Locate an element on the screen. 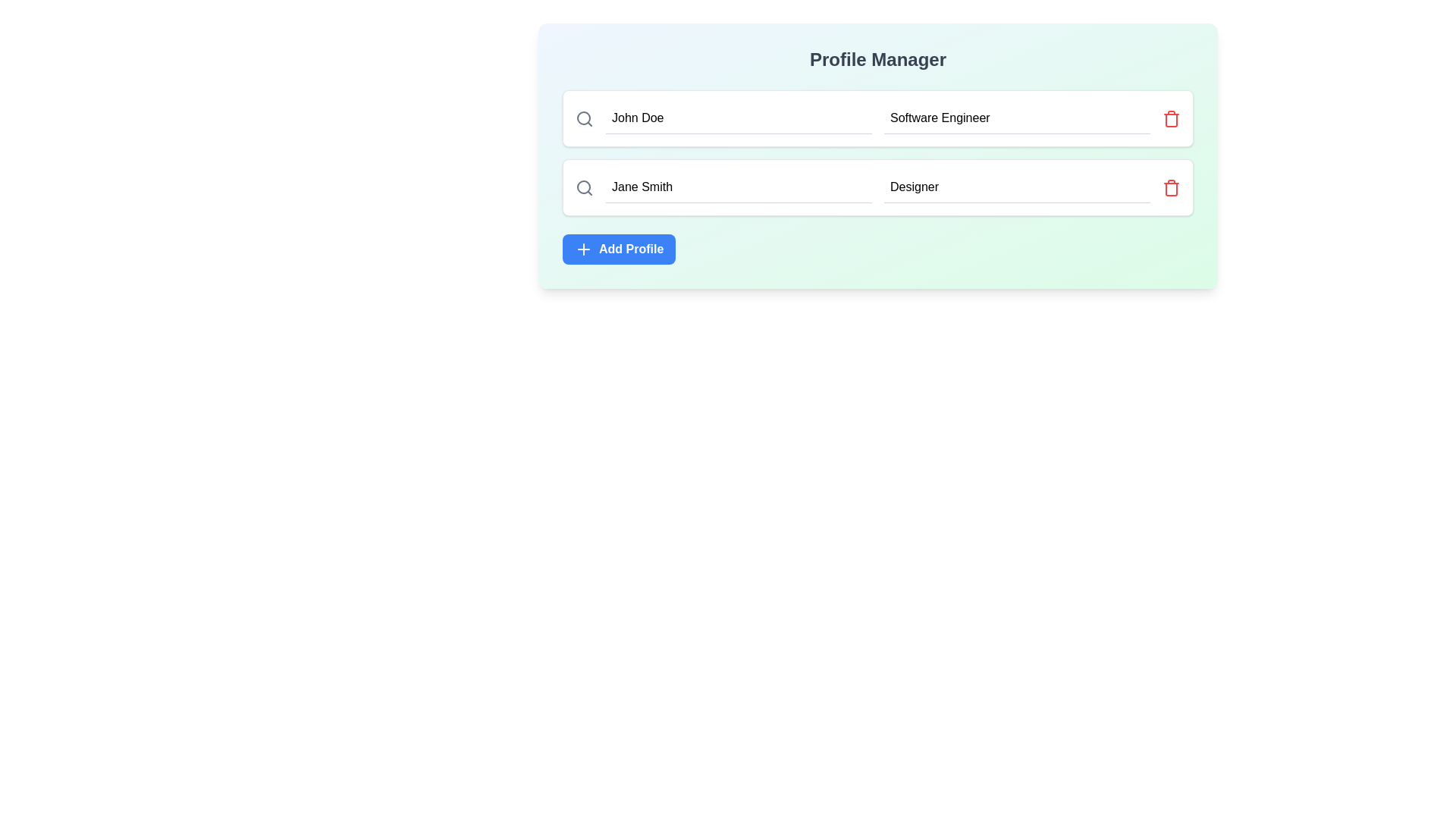 This screenshot has width=1456, height=819. the plus icon located at the left edge of the 'Add Profile' button is located at coordinates (582, 248).